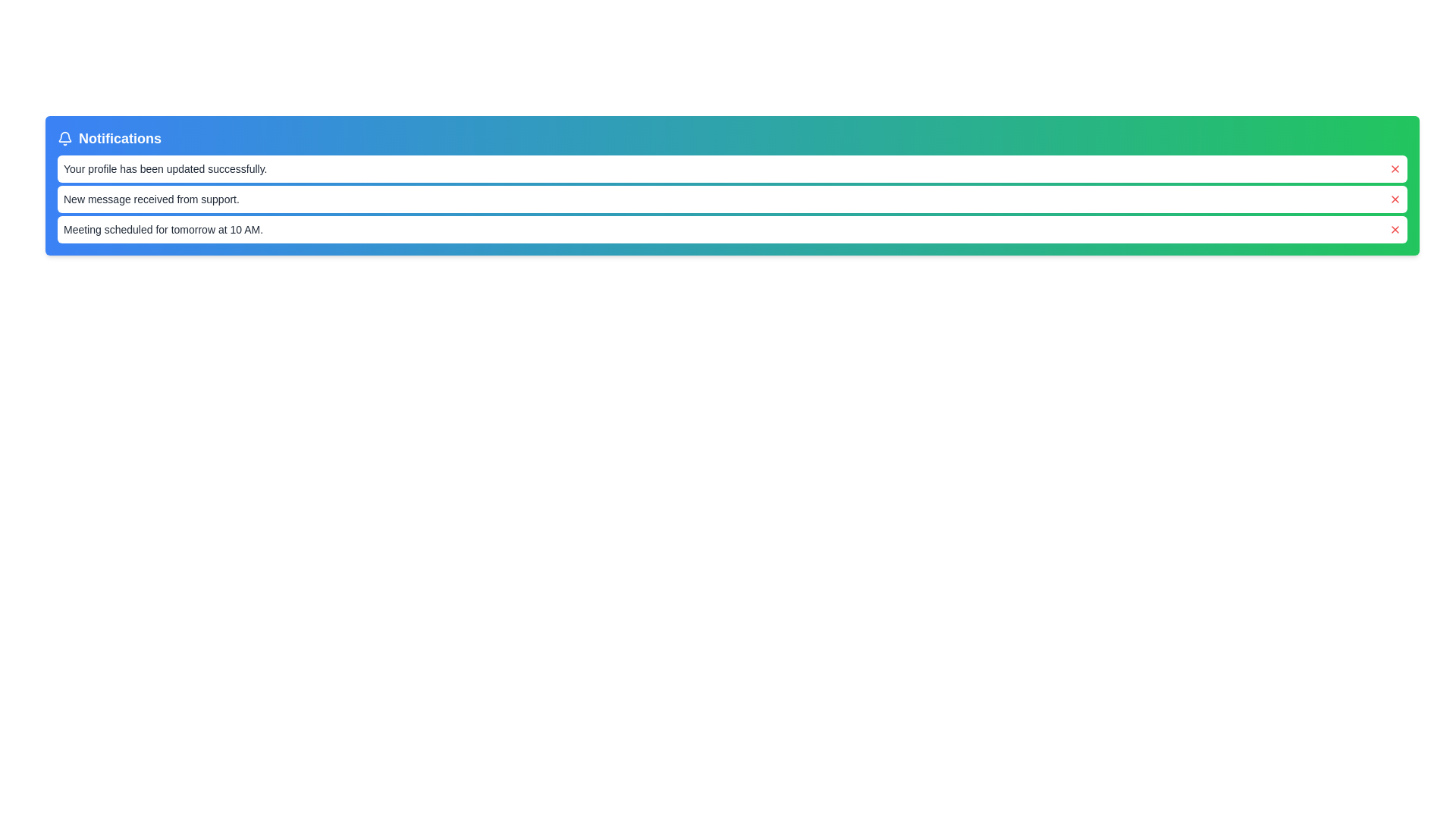  What do you see at coordinates (1395, 230) in the screenshot?
I see `the red 'X' icon button on the far right of the notification strip` at bounding box center [1395, 230].